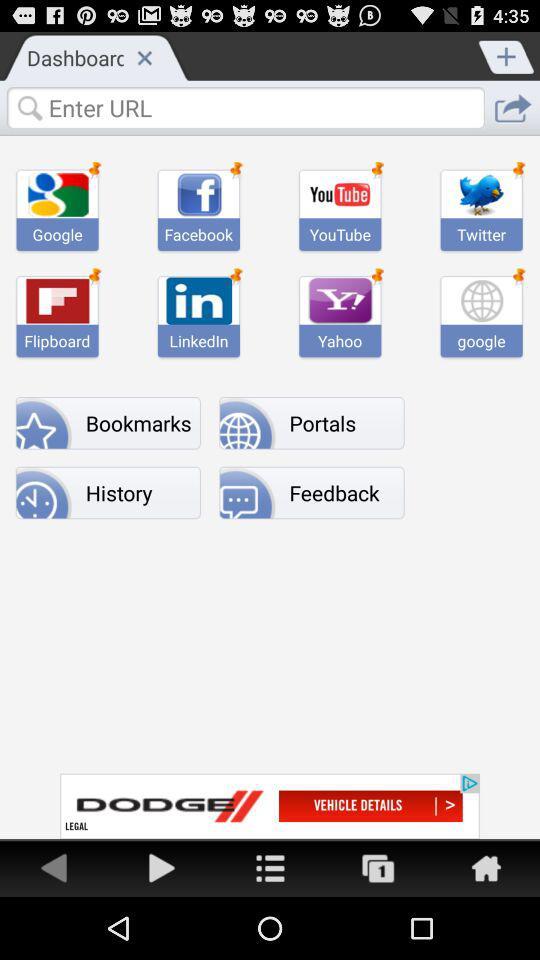  I want to click on the close icon, so click(143, 61).